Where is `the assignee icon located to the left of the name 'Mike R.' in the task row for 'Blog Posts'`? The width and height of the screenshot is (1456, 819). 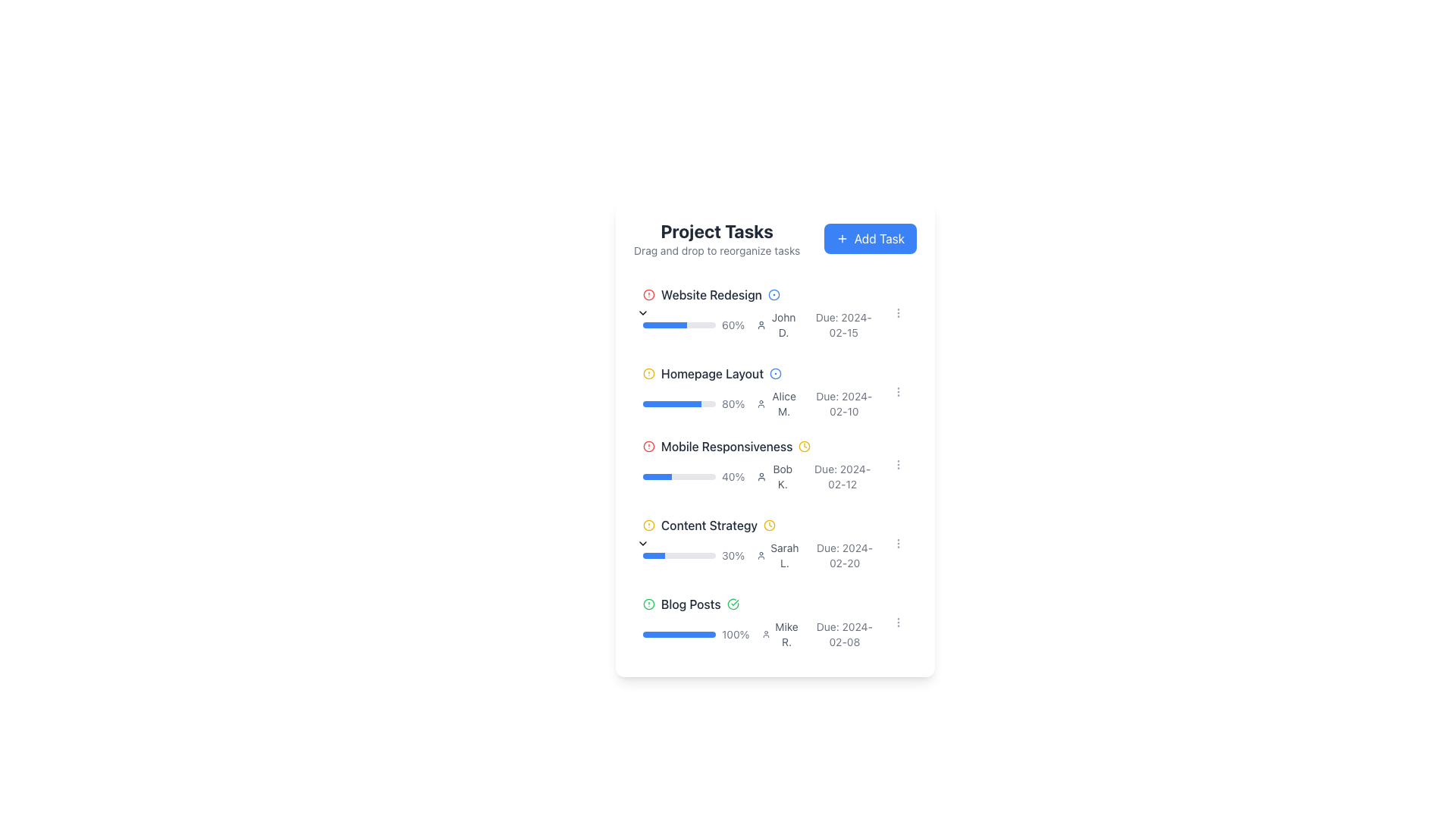
the assignee icon located to the left of the name 'Mike R.' in the task row for 'Blog Posts' is located at coordinates (766, 635).